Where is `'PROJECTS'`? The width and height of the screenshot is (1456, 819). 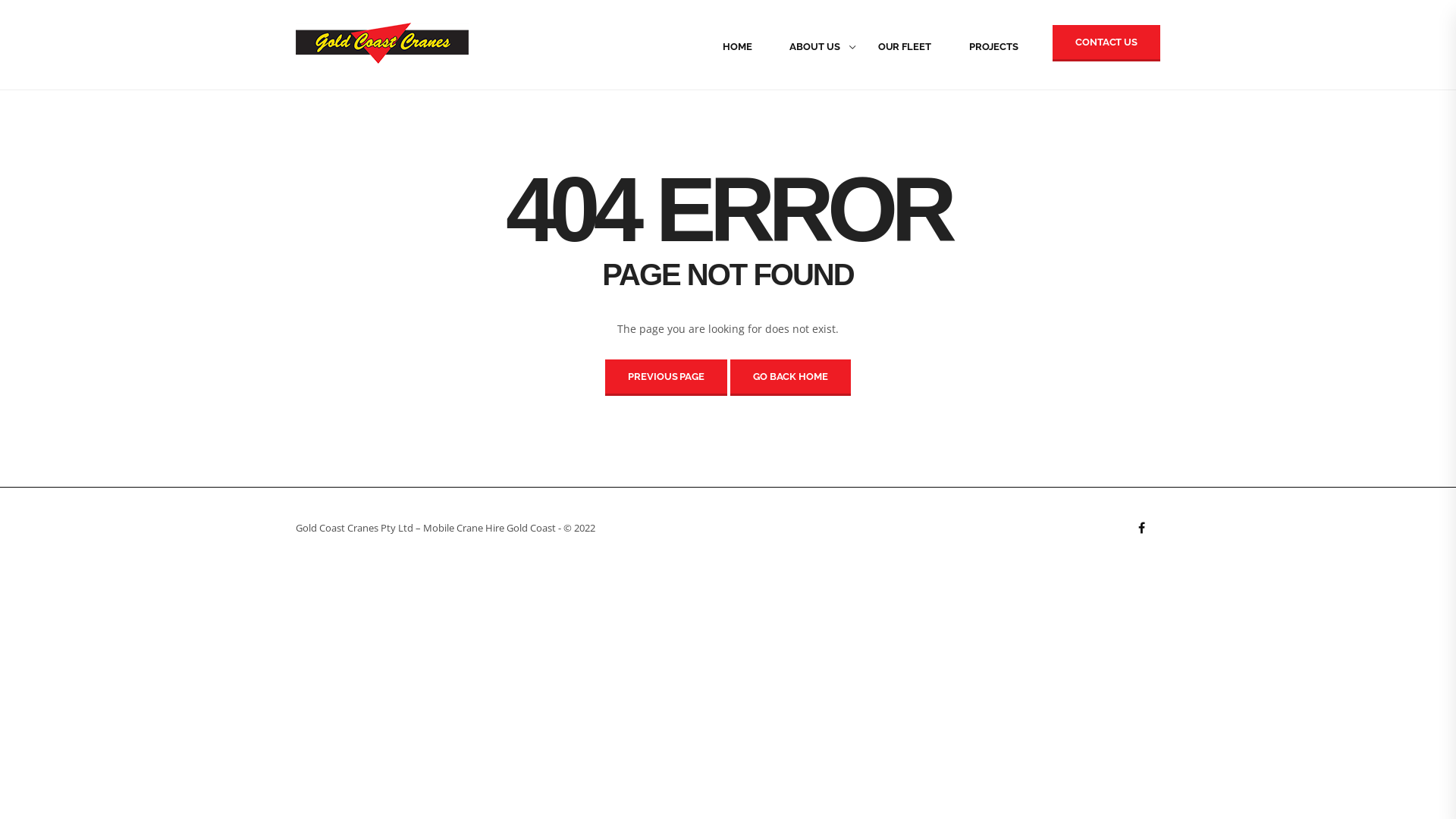 'PROJECTS' is located at coordinates (949, 45).